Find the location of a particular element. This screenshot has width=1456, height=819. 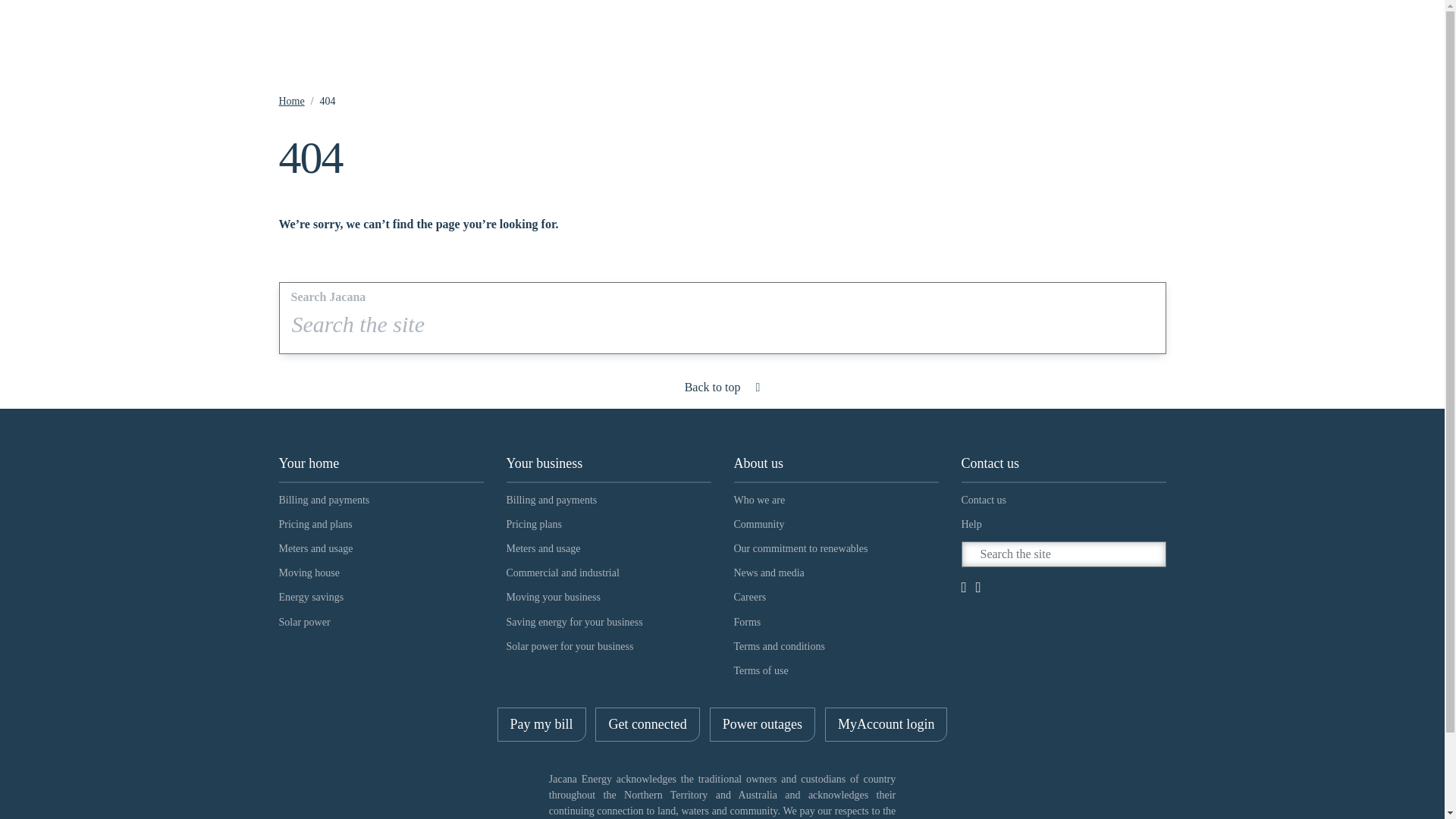

'News and media' is located at coordinates (836, 575).